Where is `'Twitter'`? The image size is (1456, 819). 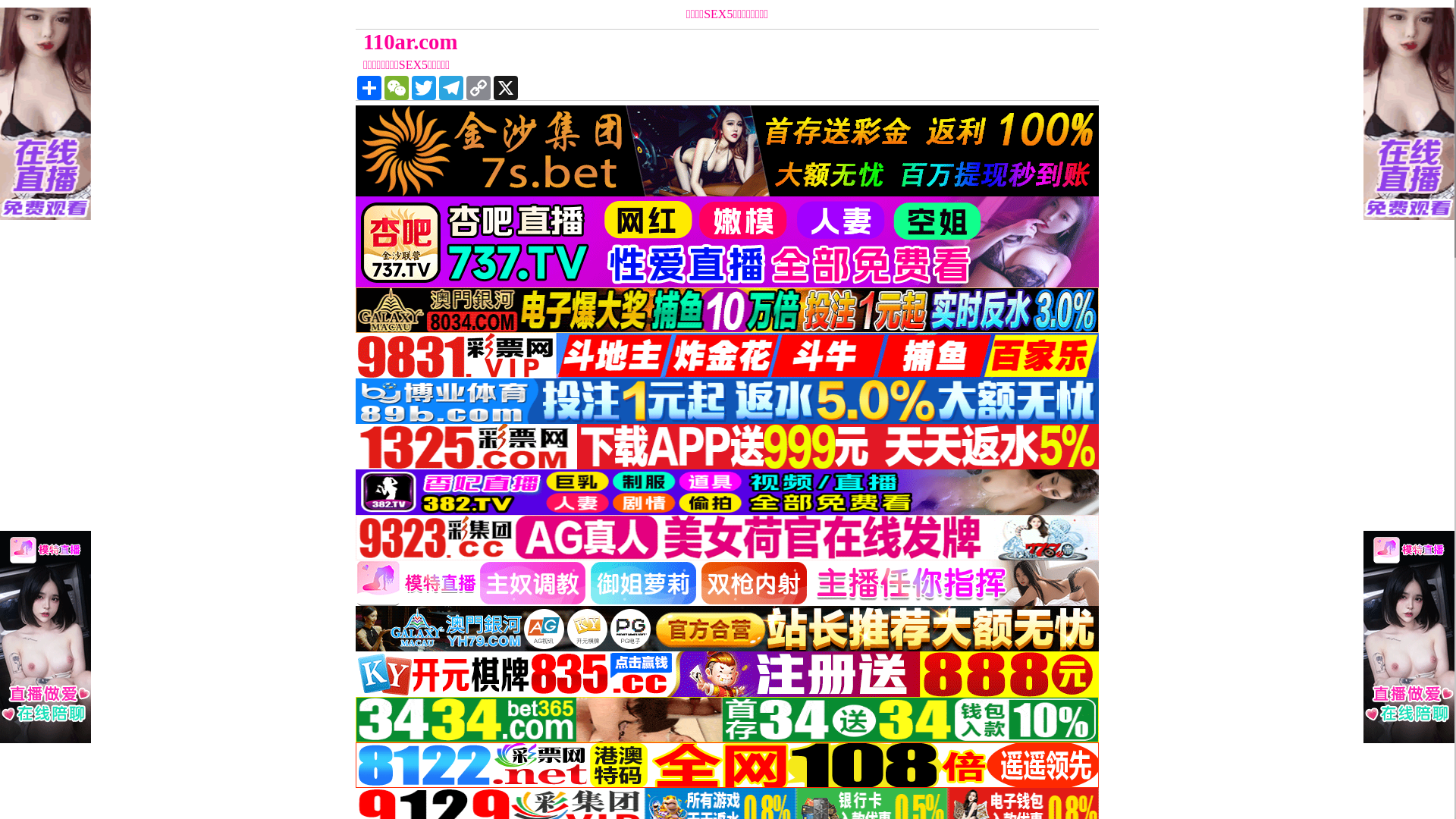
'Twitter' is located at coordinates (423, 87).